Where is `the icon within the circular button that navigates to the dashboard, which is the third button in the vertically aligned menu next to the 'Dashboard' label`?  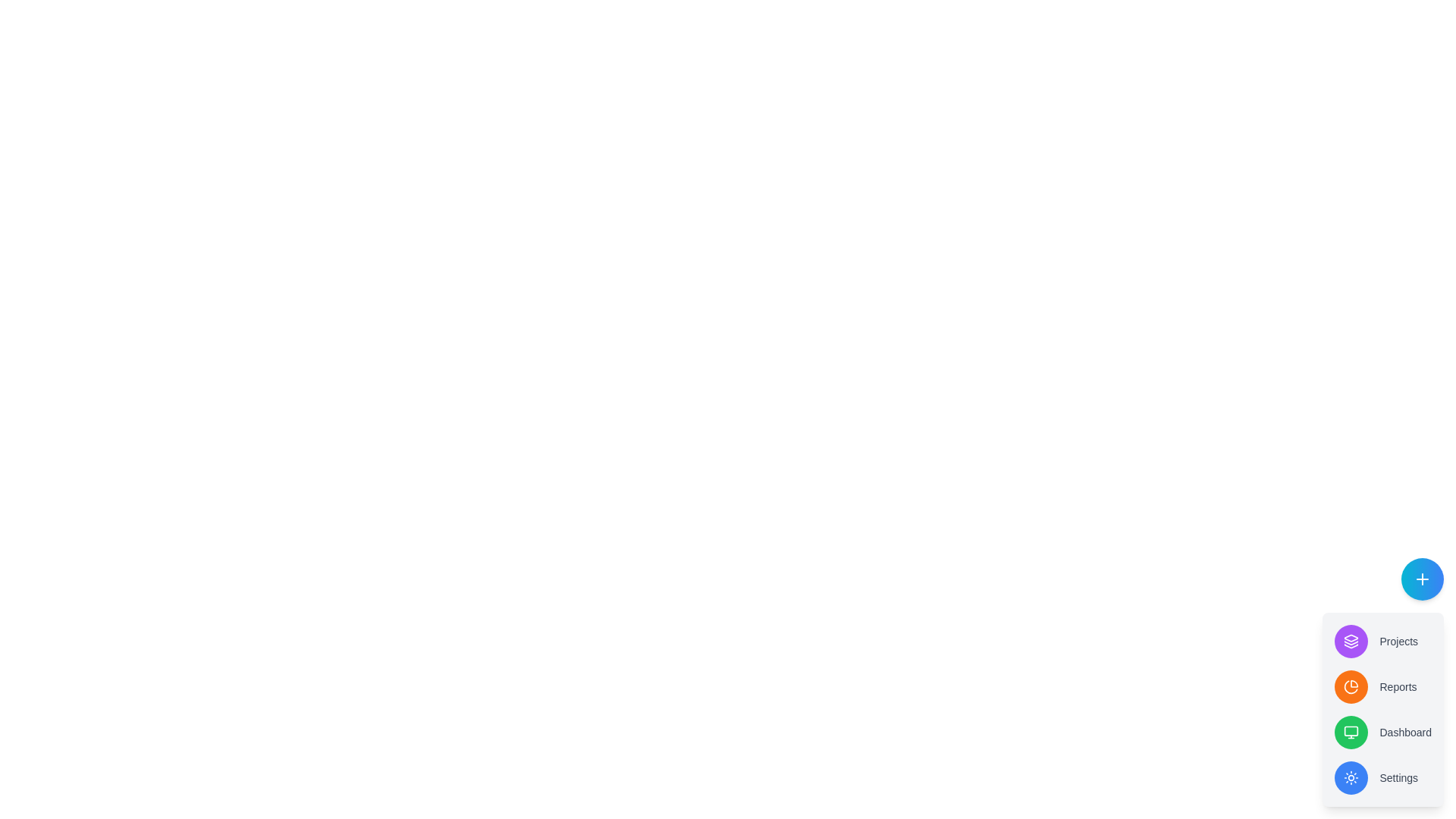
the icon within the circular button that navigates to the dashboard, which is the third button in the vertically aligned menu next to the 'Dashboard' label is located at coordinates (1351, 731).